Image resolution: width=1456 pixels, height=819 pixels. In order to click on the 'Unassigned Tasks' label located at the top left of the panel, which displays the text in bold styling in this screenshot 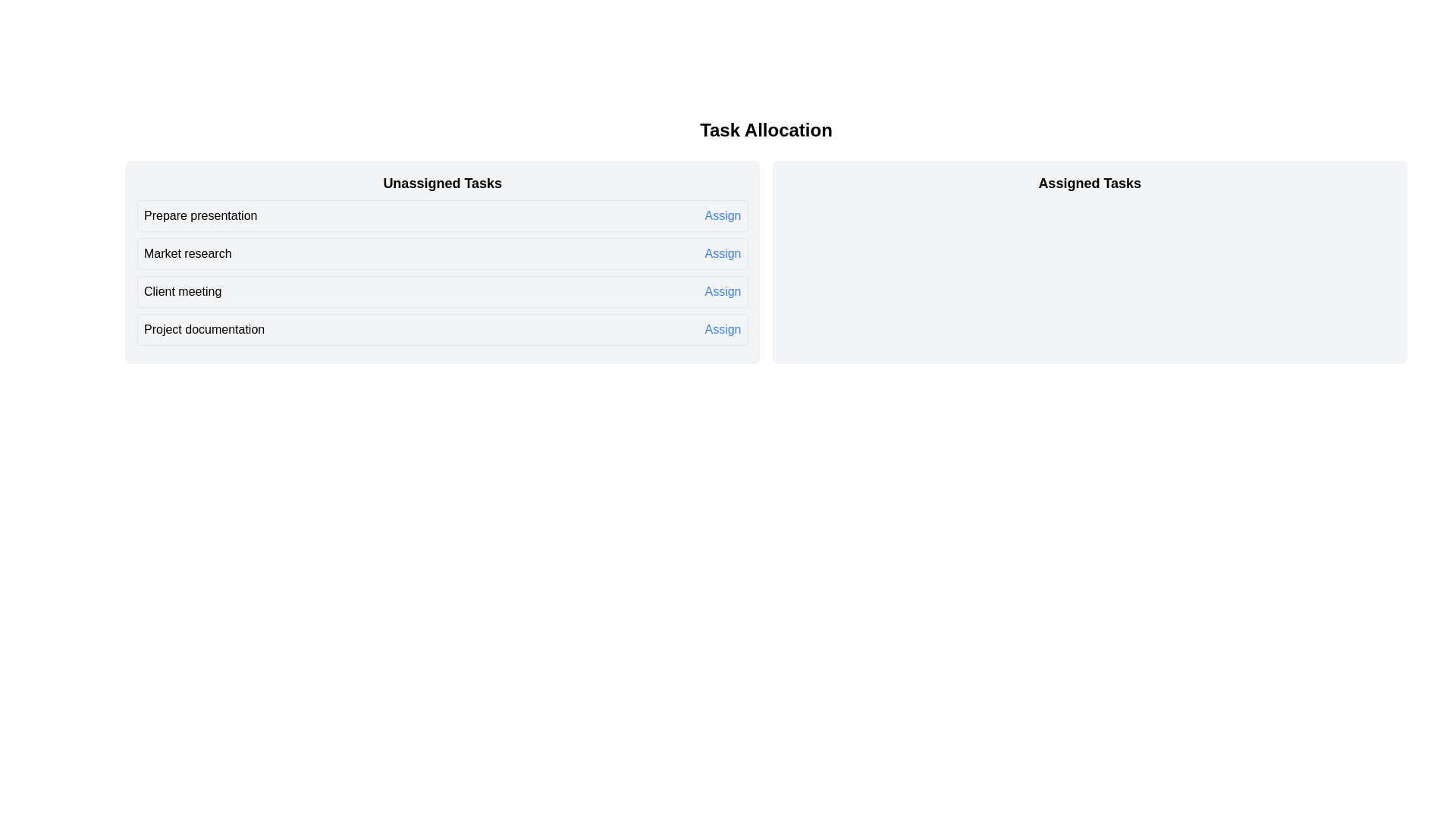, I will do `click(441, 183)`.